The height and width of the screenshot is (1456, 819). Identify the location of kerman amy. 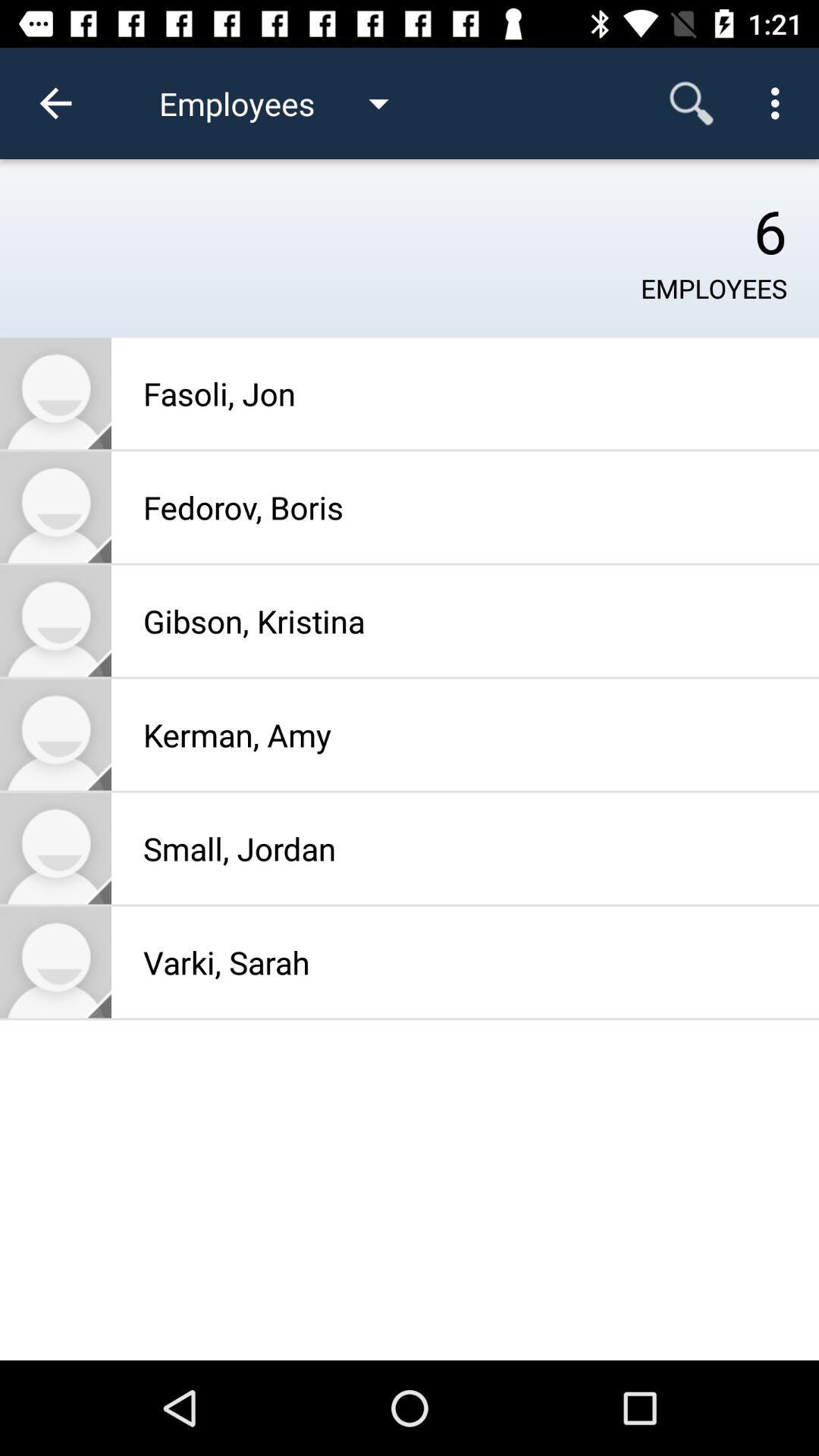
(55, 735).